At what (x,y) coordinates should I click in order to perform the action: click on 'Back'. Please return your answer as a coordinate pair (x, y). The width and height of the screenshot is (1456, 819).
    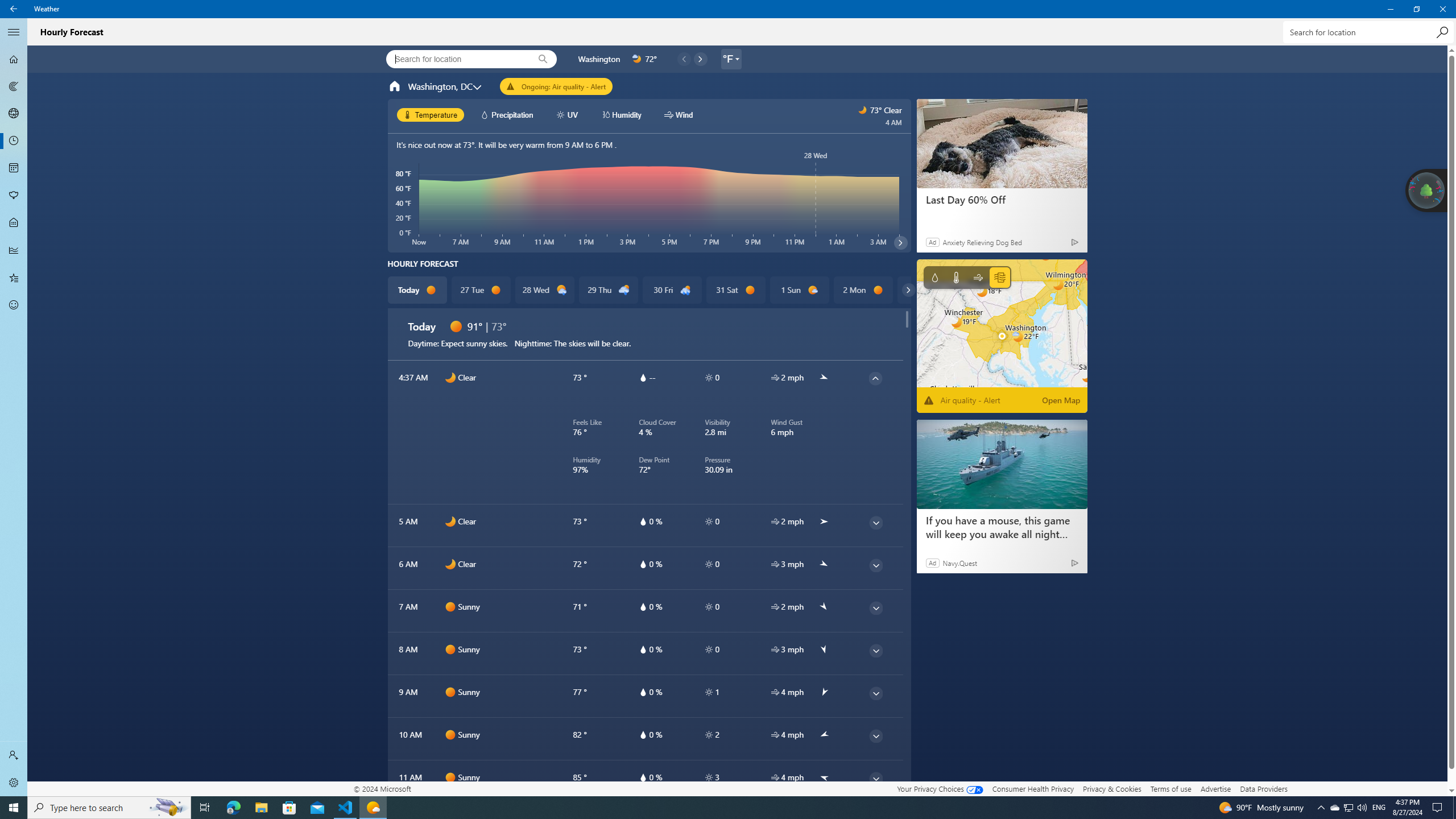
    Looking at the image, I should click on (14, 9).